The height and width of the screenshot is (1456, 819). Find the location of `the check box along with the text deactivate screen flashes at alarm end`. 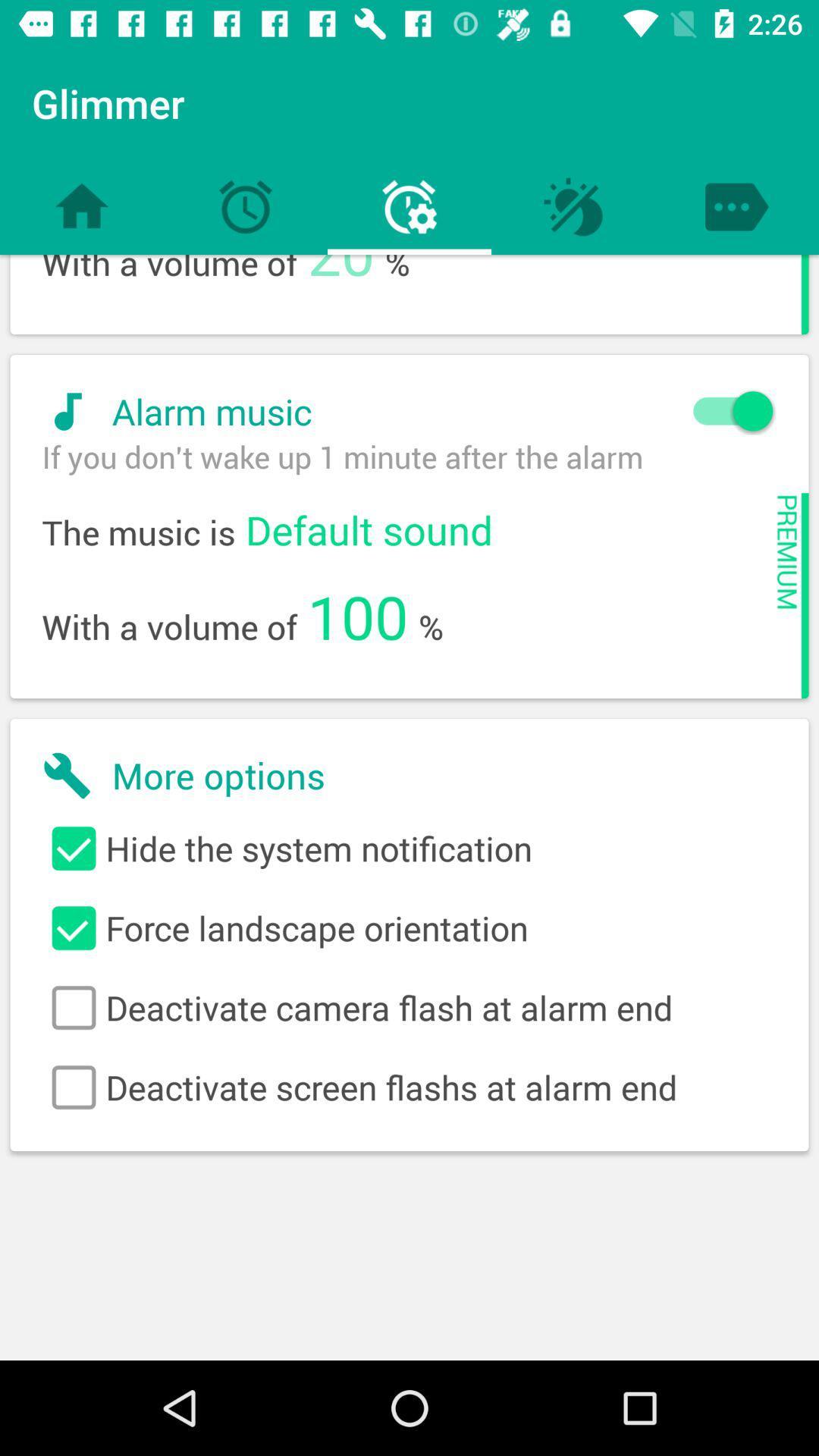

the check box along with the text deactivate screen flashes at alarm end is located at coordinates (409, 1087).